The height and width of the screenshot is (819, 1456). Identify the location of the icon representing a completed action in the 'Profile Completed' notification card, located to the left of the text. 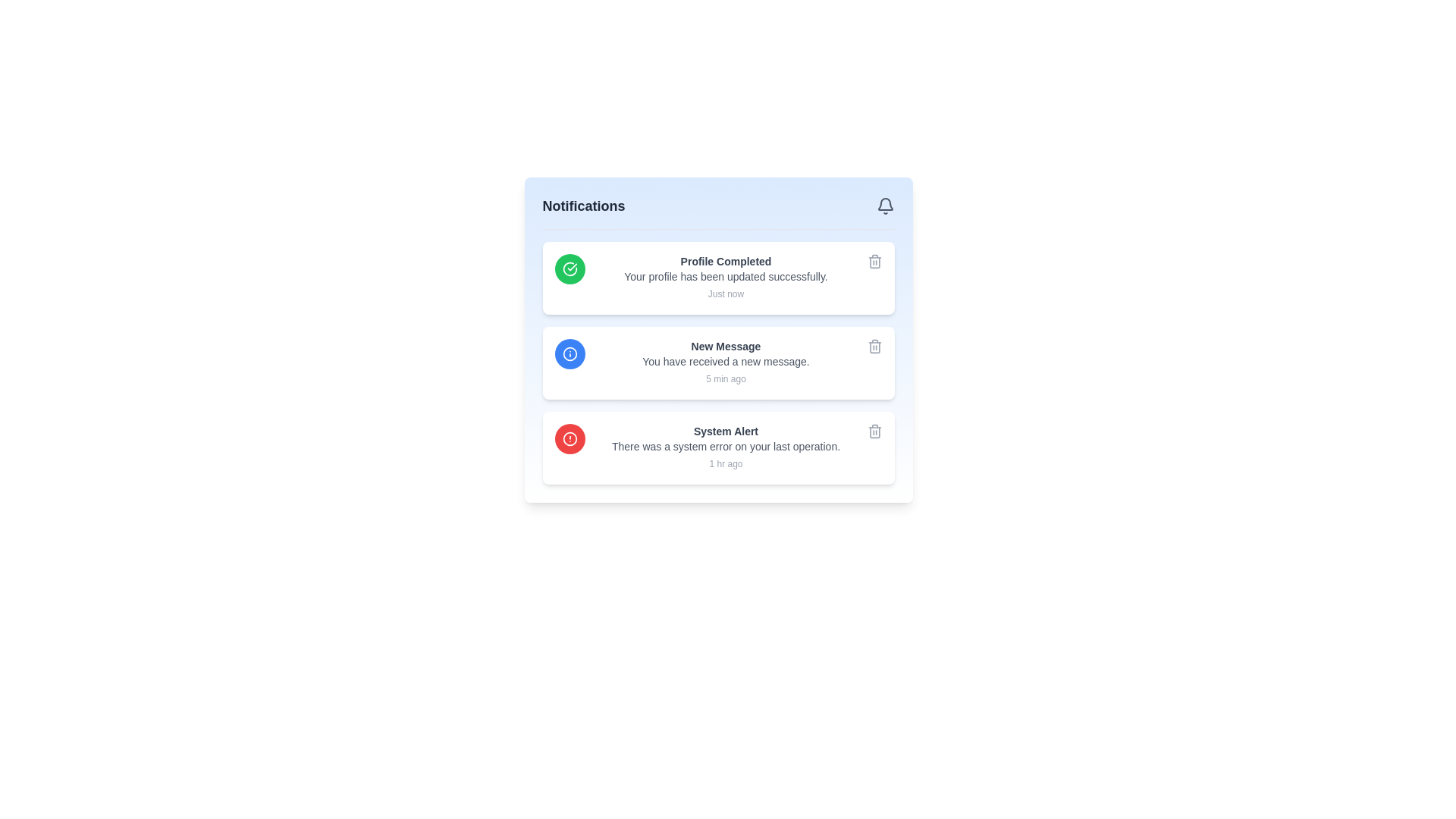
(569, 268).